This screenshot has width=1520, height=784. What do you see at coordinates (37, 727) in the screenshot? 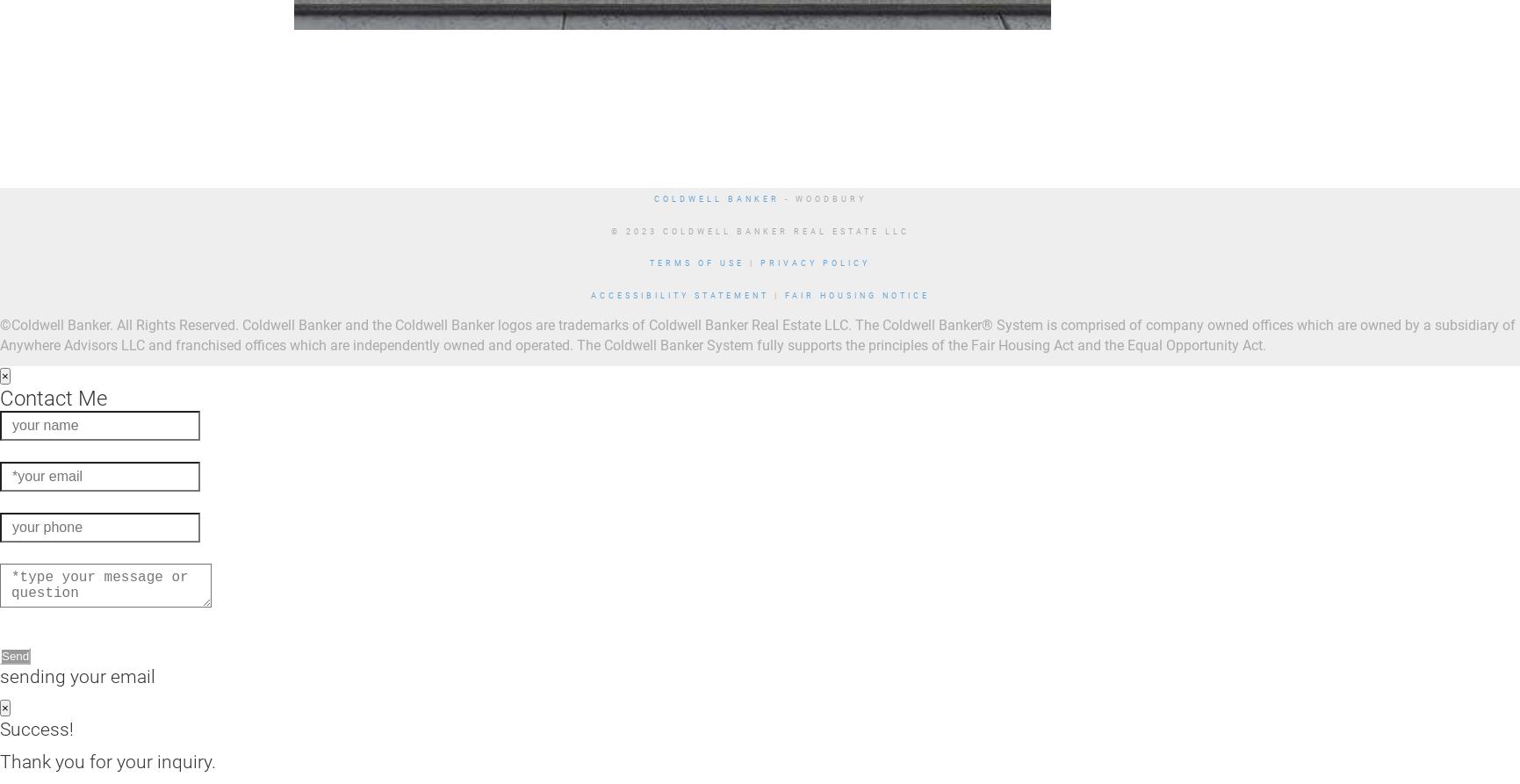
I see `'Success!'` at bounding box center [37, 727].